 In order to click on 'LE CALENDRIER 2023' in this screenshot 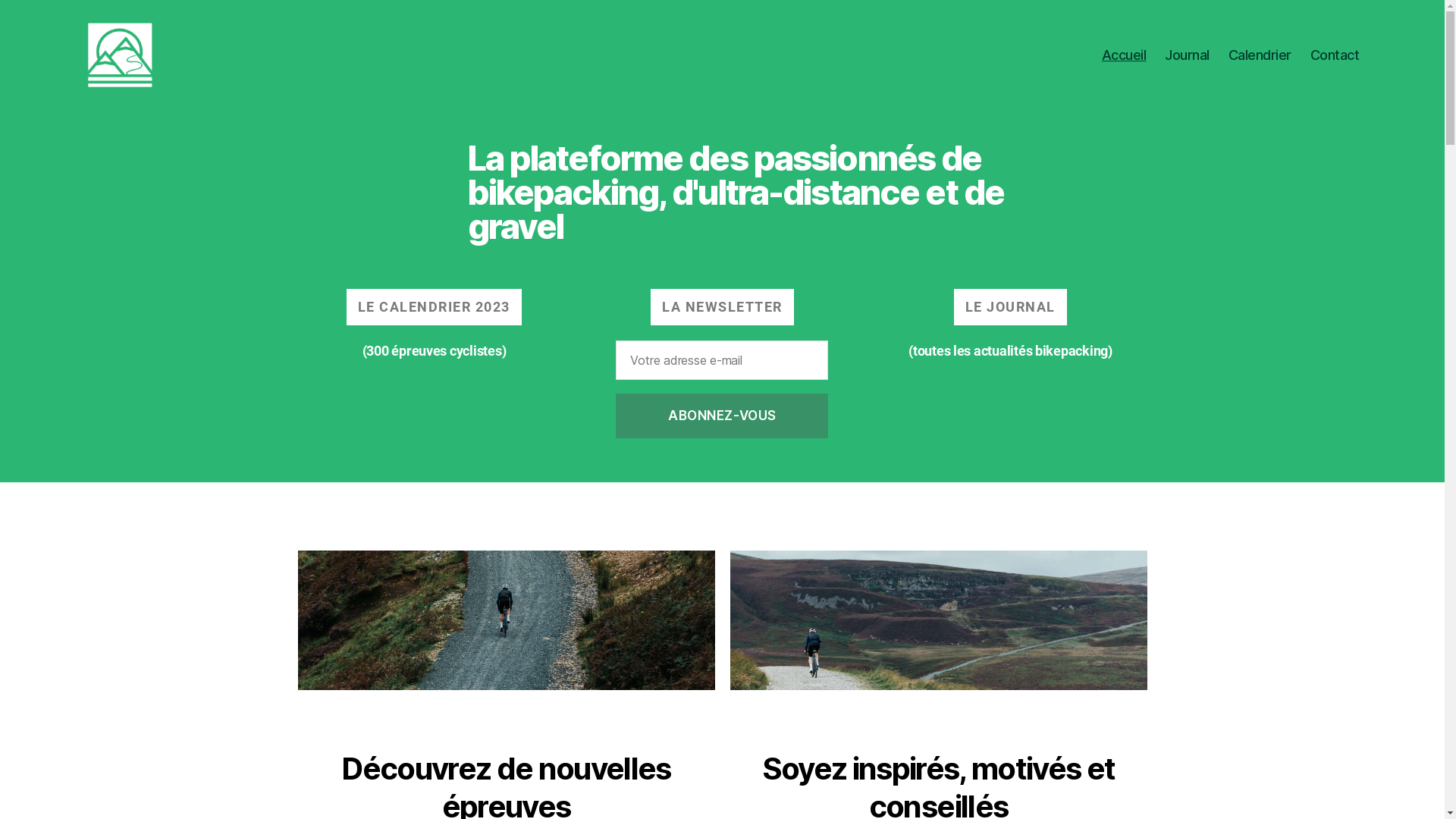, I will do `click(433, 307)`.